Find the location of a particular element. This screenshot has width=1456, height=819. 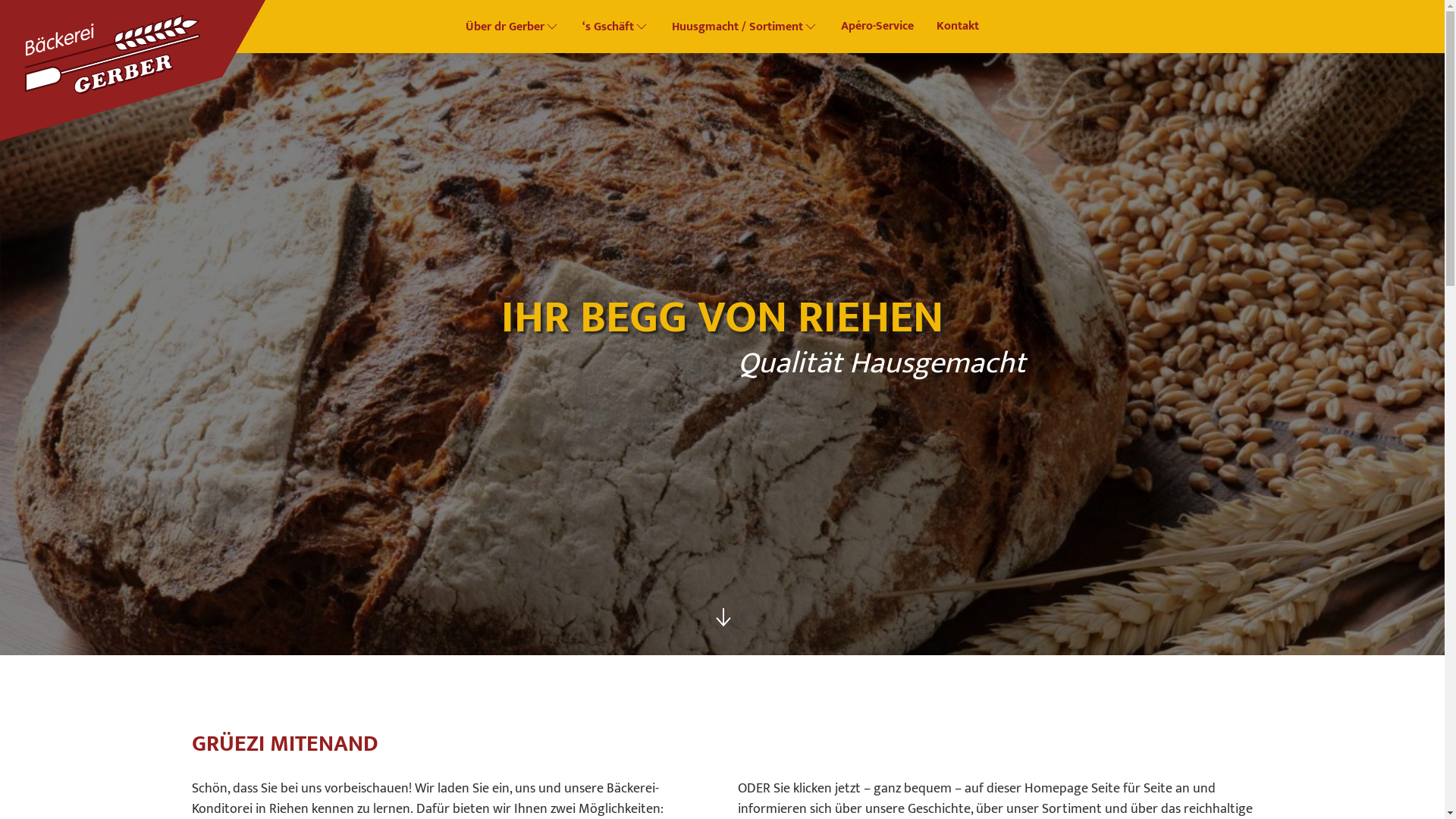

'Kontakt' is located at coordinates (956, 26).